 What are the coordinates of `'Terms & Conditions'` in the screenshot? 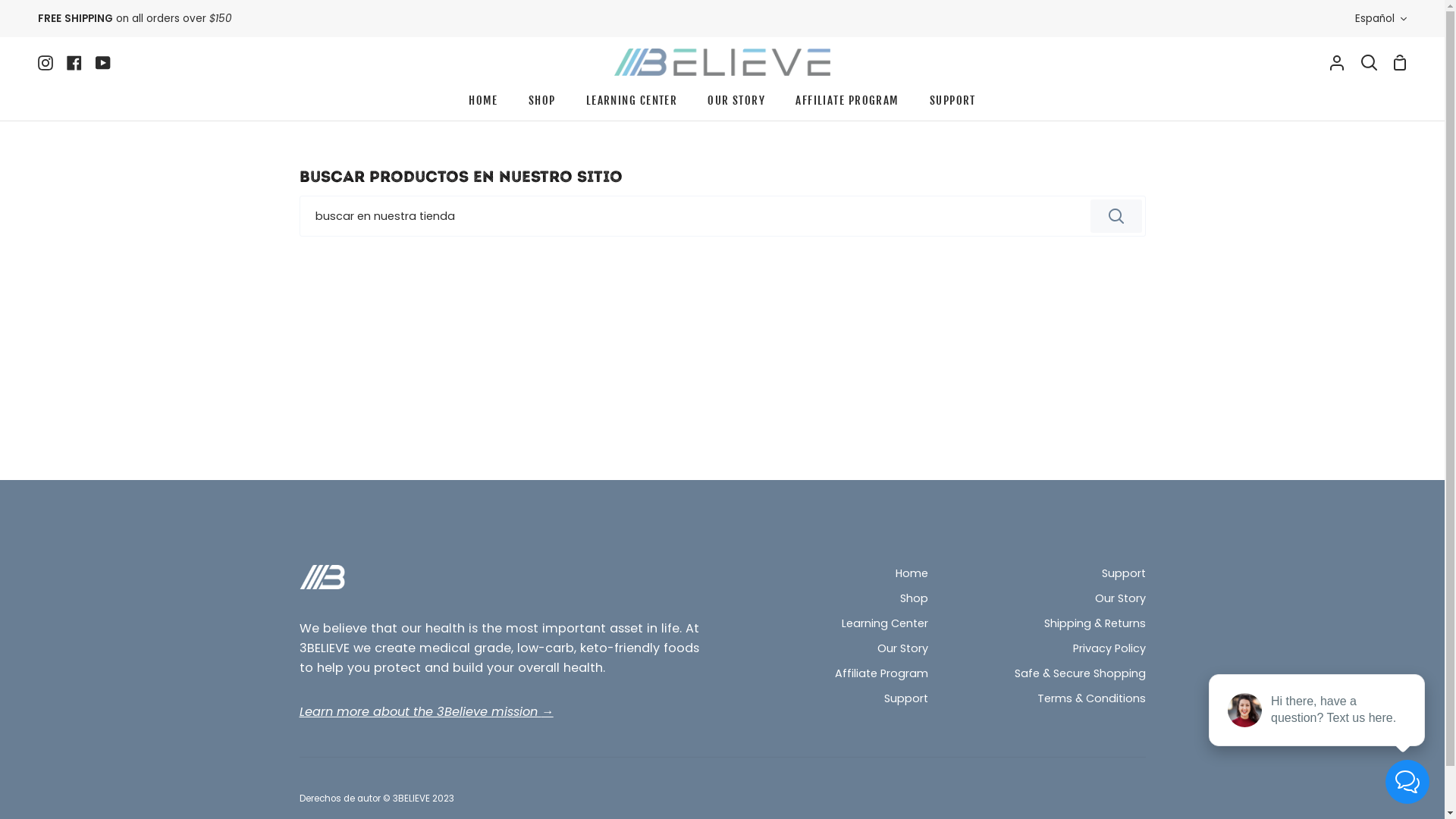 It's located at (1090, 699).